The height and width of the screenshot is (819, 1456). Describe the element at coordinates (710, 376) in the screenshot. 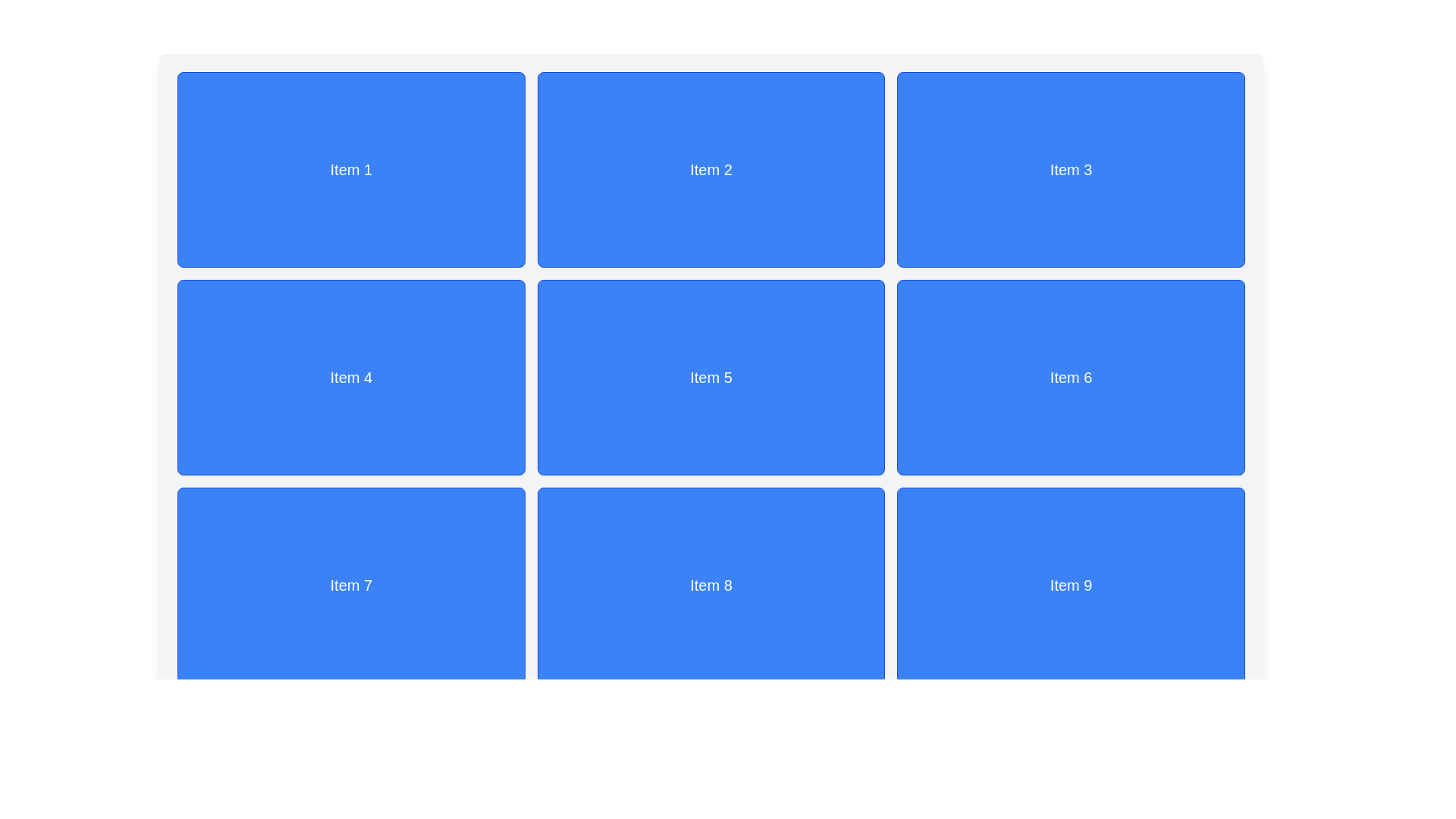

I see `the static card component displaying an individual item or unit in a collection, located in the center of the second row within a grid layout` at that location.